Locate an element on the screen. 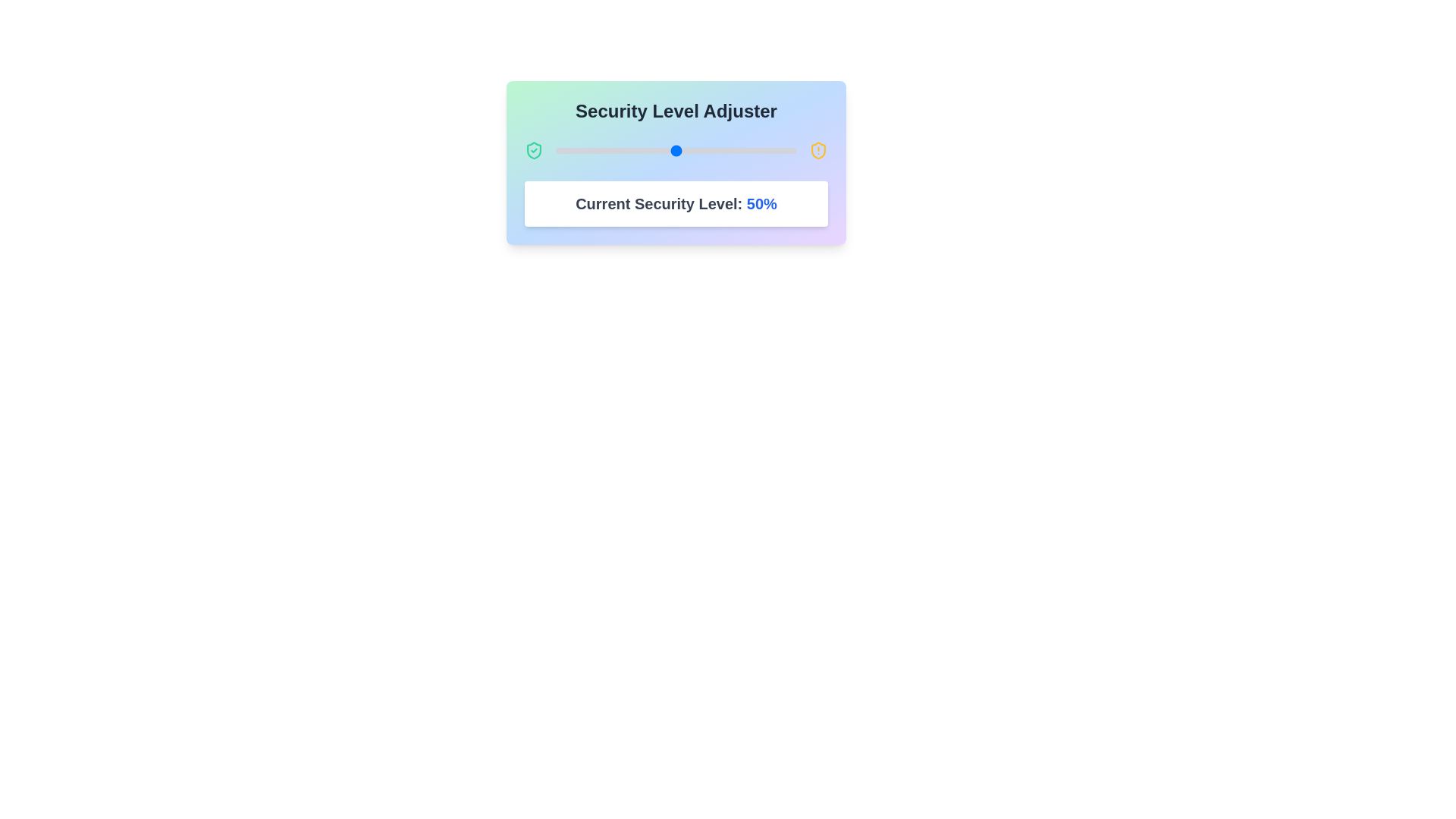 The image size is (1456, 819). the security level slider to 76% is located at coordinates (739, 151).